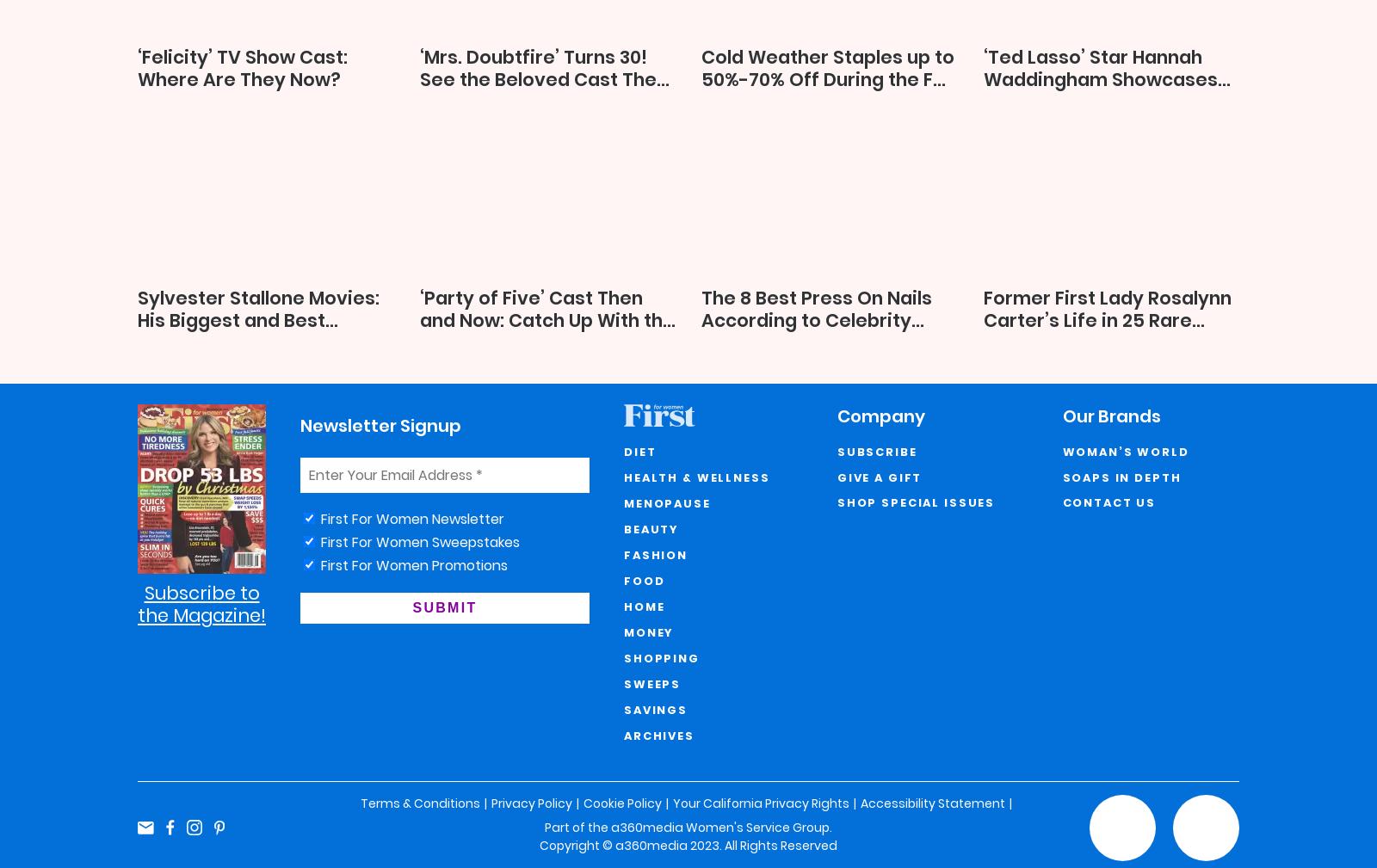  I want to click on 'Fashion', so click(655, 555).